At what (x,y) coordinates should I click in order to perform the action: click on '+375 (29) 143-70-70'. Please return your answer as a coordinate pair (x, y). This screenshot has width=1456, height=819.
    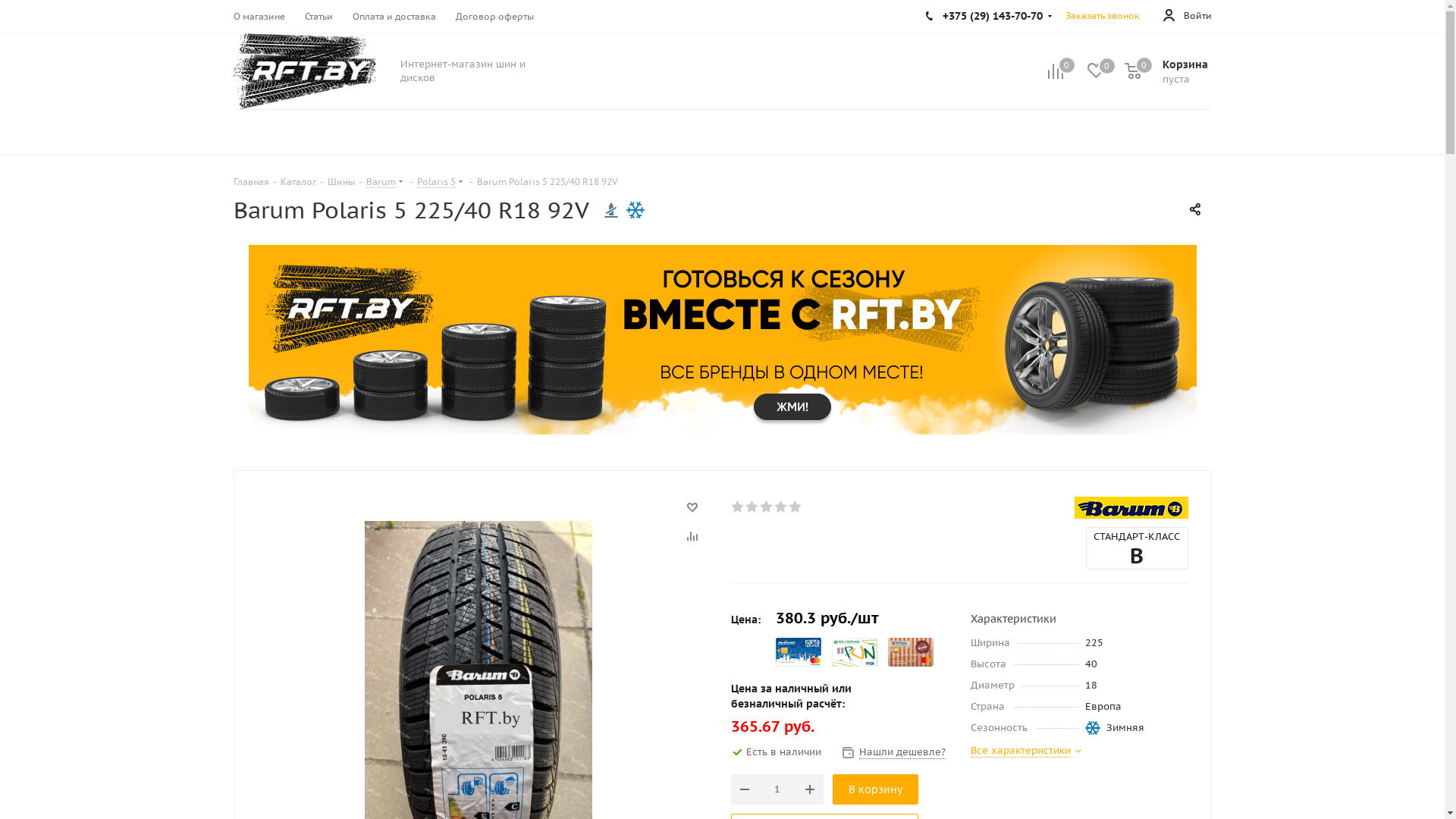
    Looking at the image, I should click on (989, 15).